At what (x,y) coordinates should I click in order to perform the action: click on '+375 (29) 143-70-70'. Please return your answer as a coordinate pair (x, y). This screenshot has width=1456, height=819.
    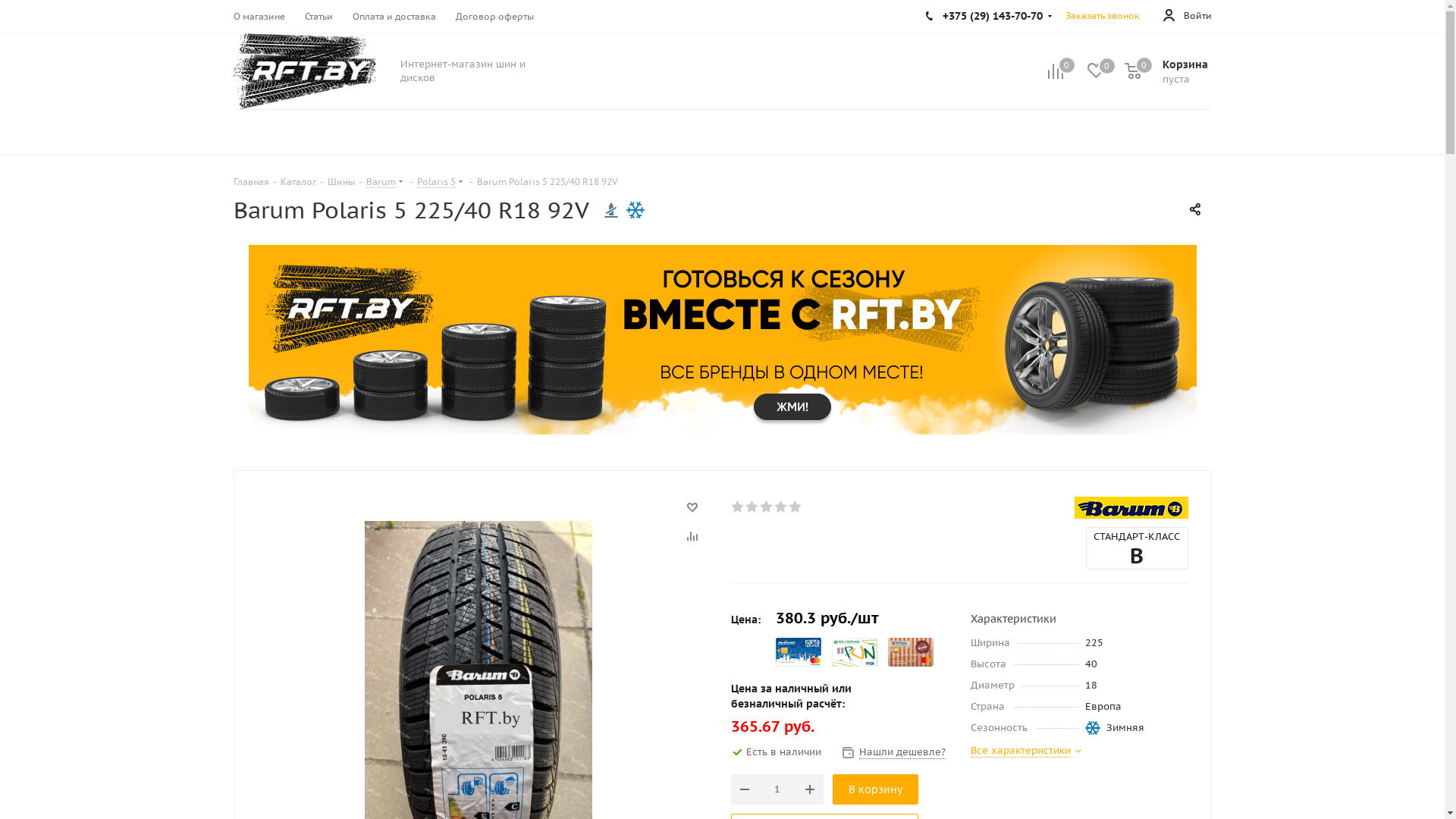
    Looking at the image, I should click on (989, 15).